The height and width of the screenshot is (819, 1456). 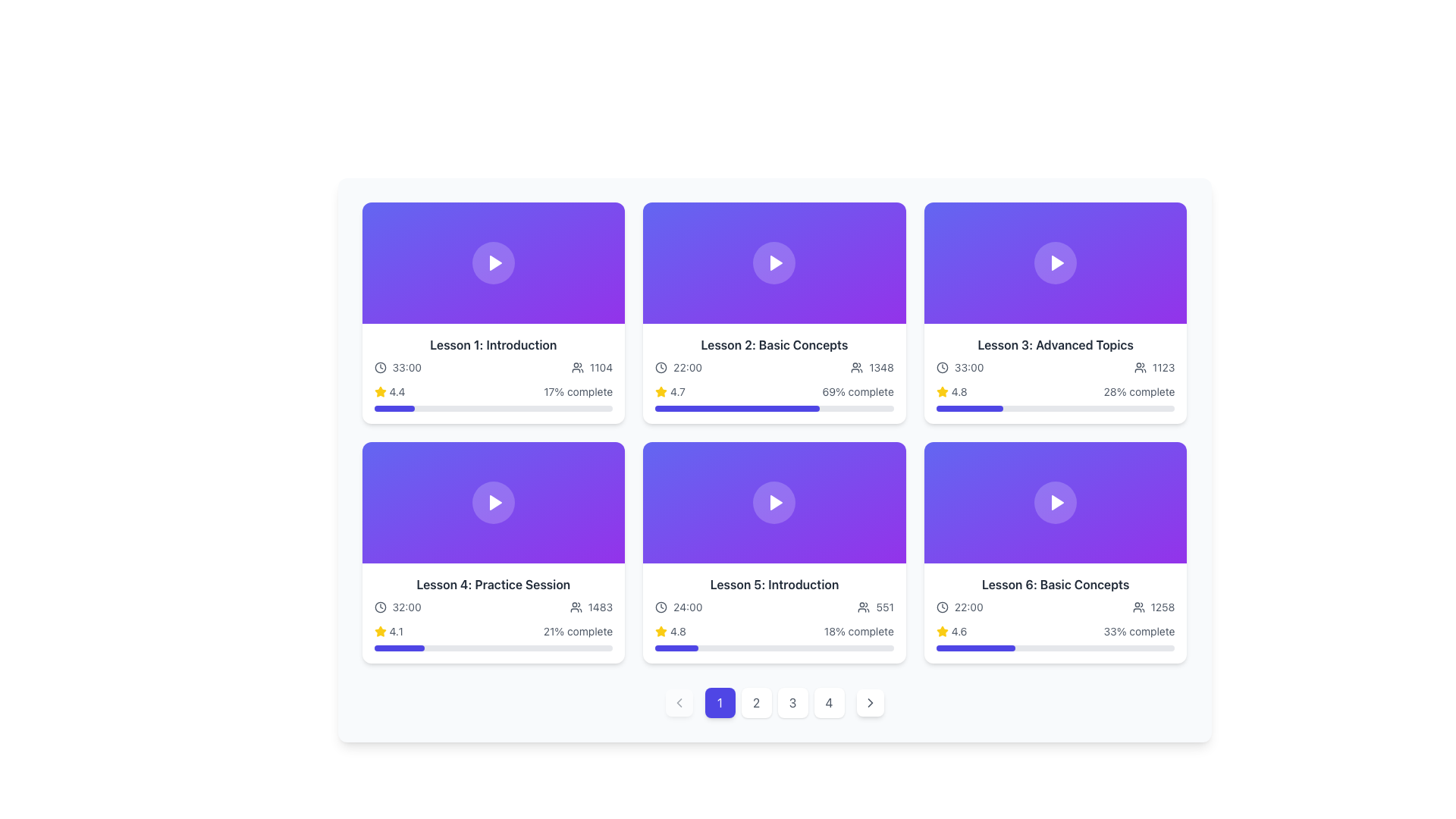 What do you see at coordinates (397, 368) in the screenshot?
I see `the static label displaying '33:00' next to a clock icon in the first card of the second row of the grid layout` at bounding box center [397, 368].